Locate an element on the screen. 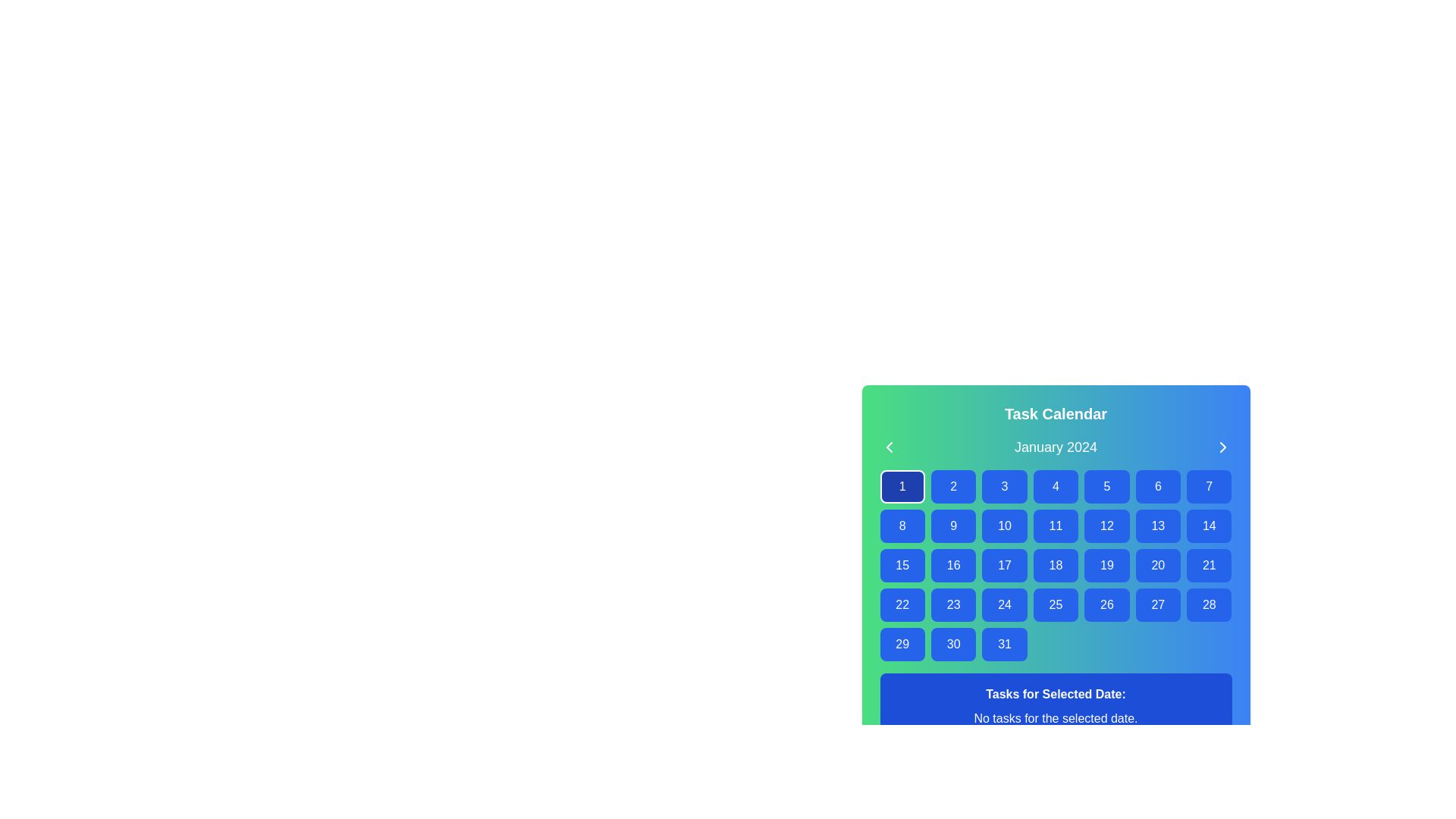 The height and width of the screenshot is (819, 1456). the blue button displaying the number '13' located in the bottom right section of the calendar interface is located at coordinates (1156, 526).